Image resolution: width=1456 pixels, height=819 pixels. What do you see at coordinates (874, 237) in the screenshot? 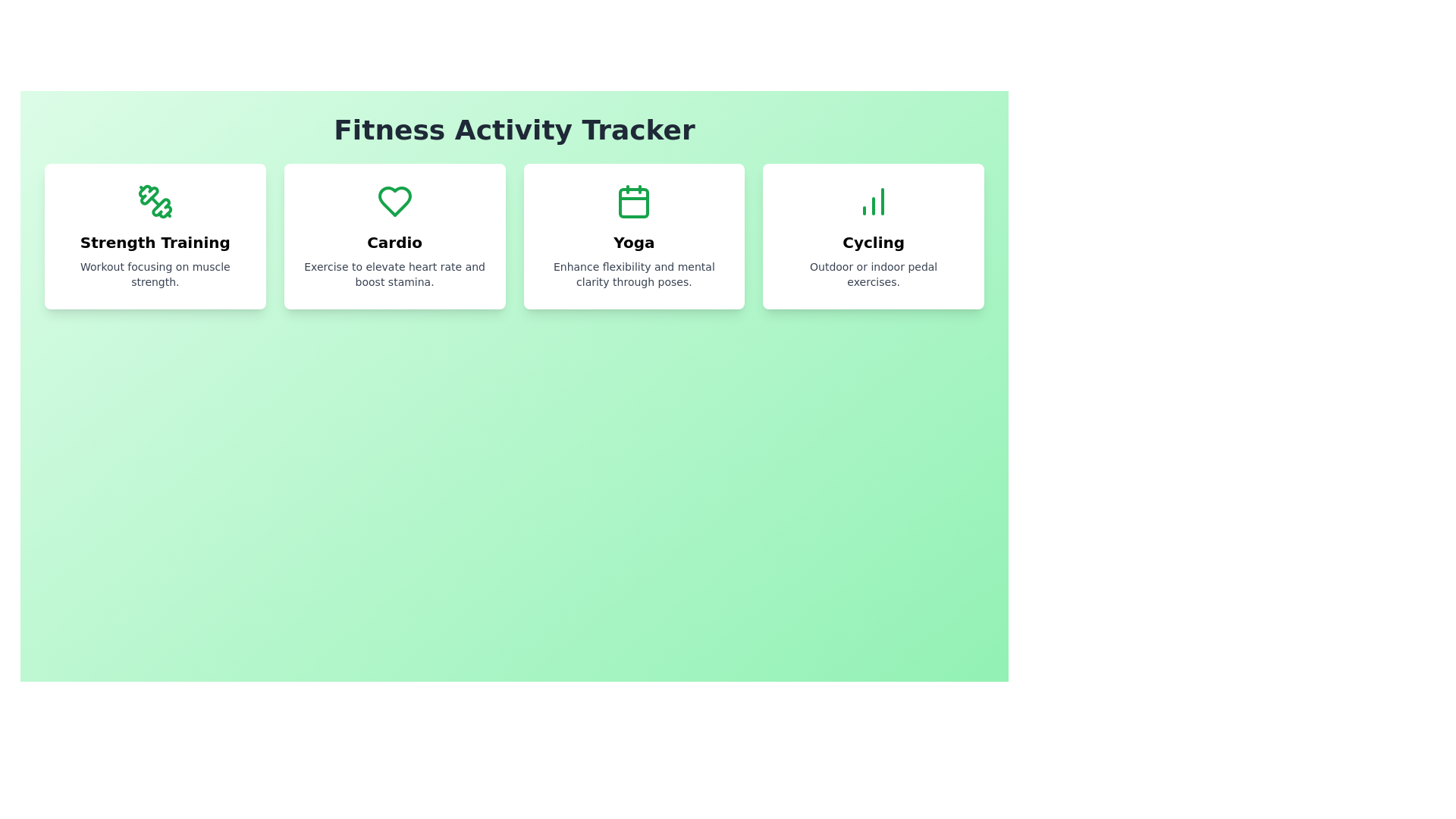
I see `the fourth informative card in the horizontally aligned list that provides information about cycling activities` at bounding box center [874, 237].